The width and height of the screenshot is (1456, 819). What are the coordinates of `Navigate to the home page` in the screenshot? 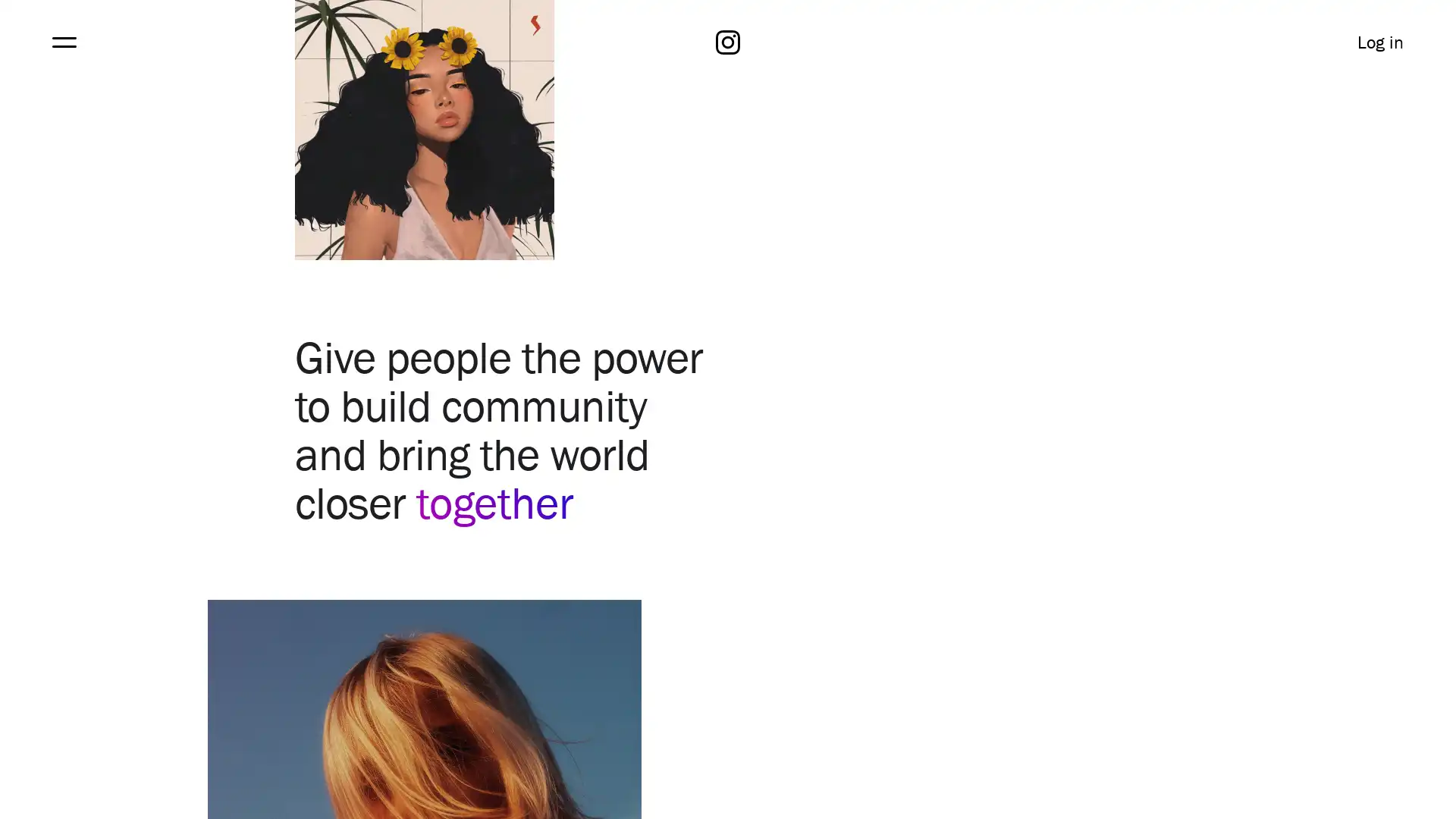 It's located at (728, 42).